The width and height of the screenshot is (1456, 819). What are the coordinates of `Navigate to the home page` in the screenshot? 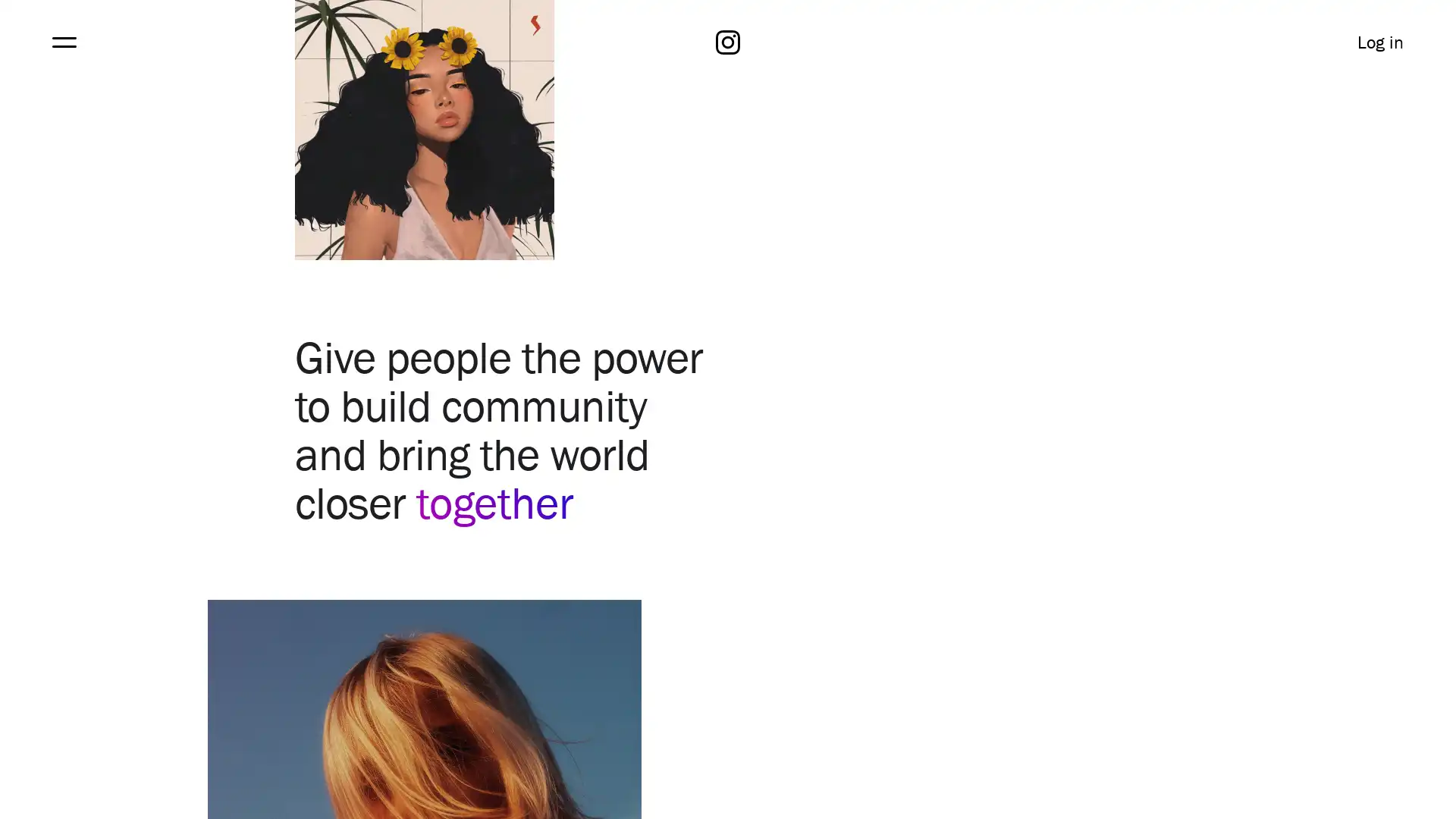 It's located at (728, 42).